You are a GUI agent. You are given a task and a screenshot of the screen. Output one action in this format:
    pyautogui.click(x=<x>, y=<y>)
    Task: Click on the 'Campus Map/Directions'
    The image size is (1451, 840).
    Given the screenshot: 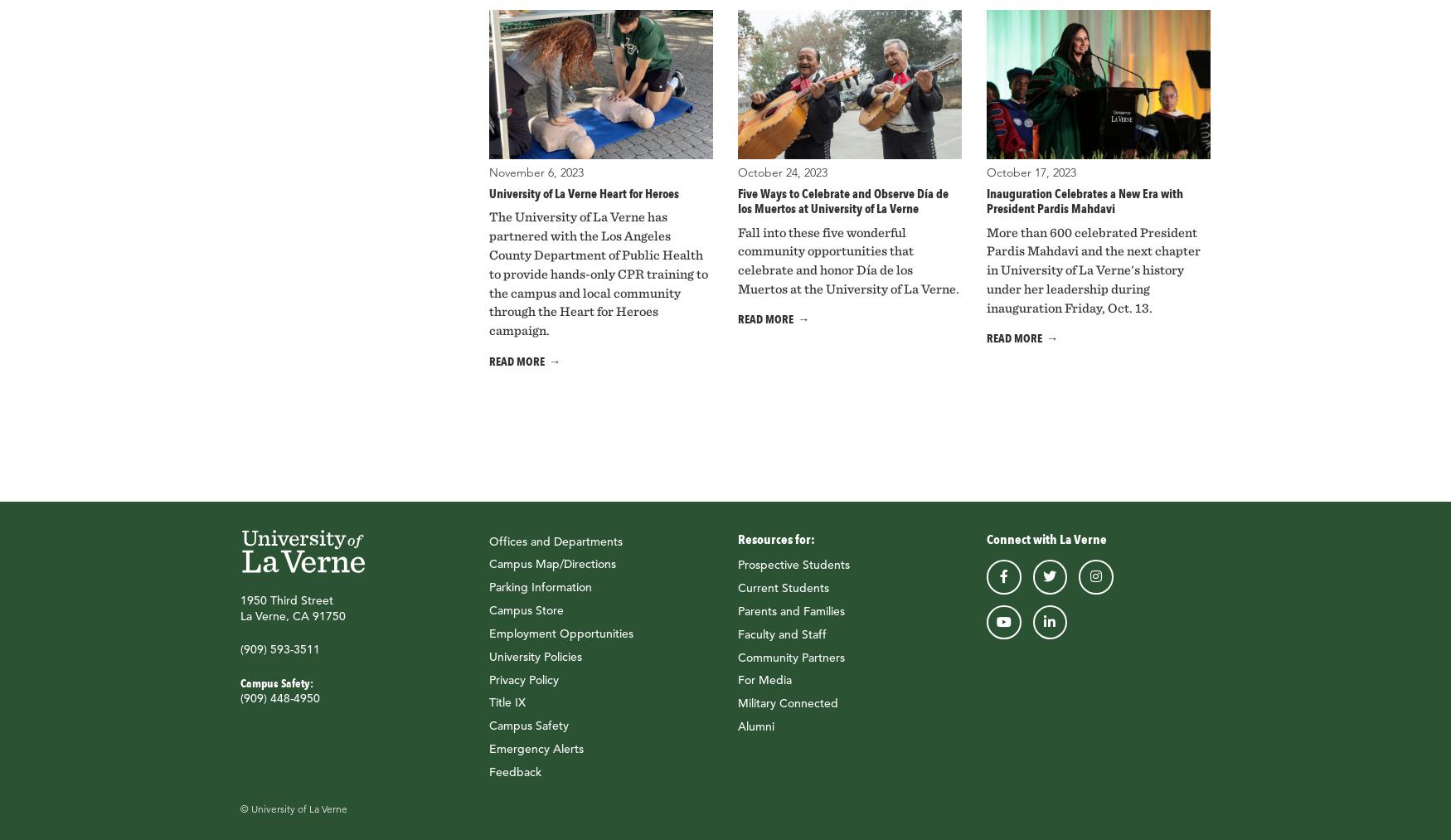 What is the action you would take?
    pyautogui.click(x=551, y=563)
    